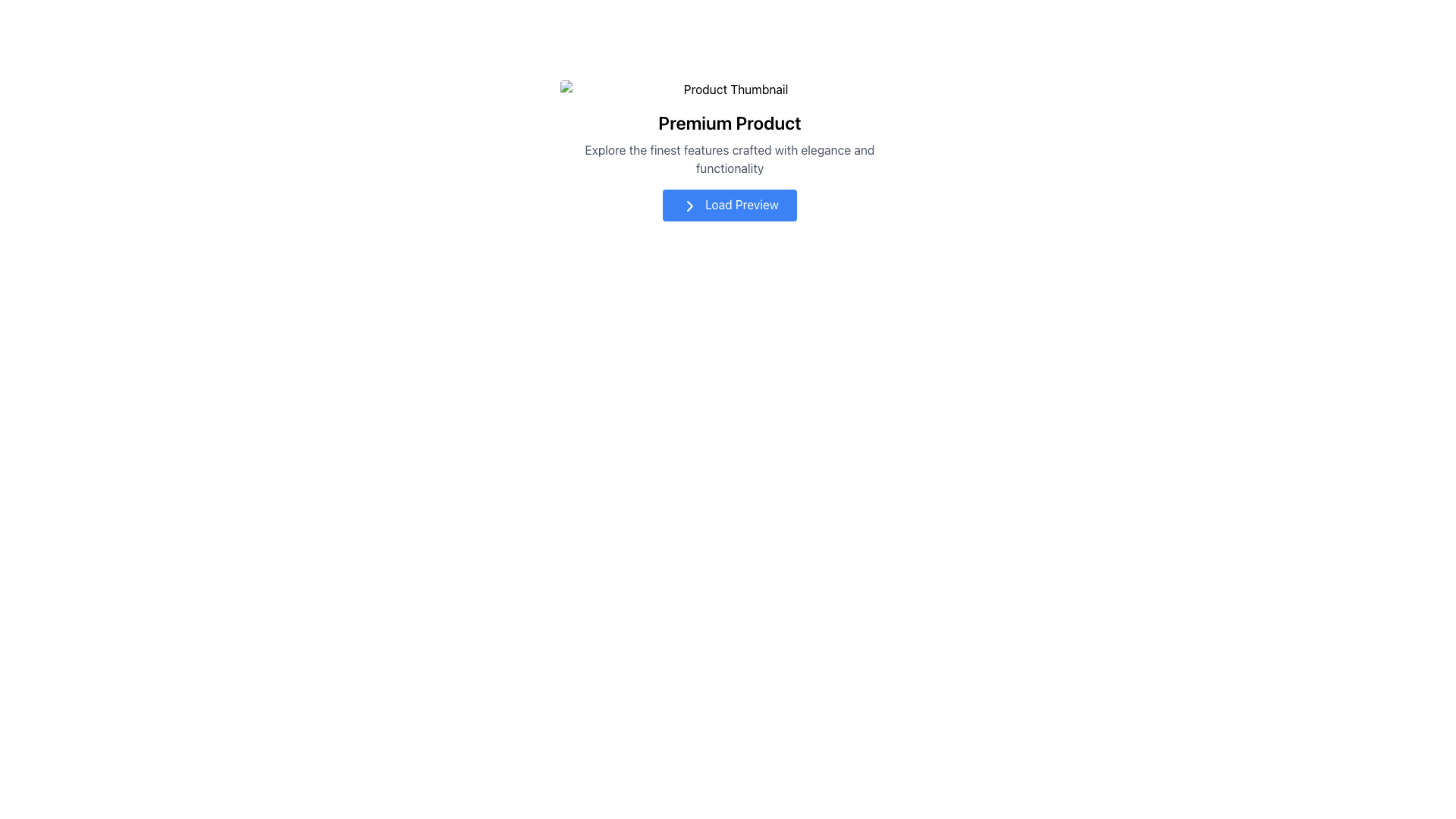 This screenshot has width=1456, height=819. Describe the element at coordinates (689, 206) in the screenshot. I see `the right-pointing chevron icon within the 'Load Preview' button to interact with it` at that location.